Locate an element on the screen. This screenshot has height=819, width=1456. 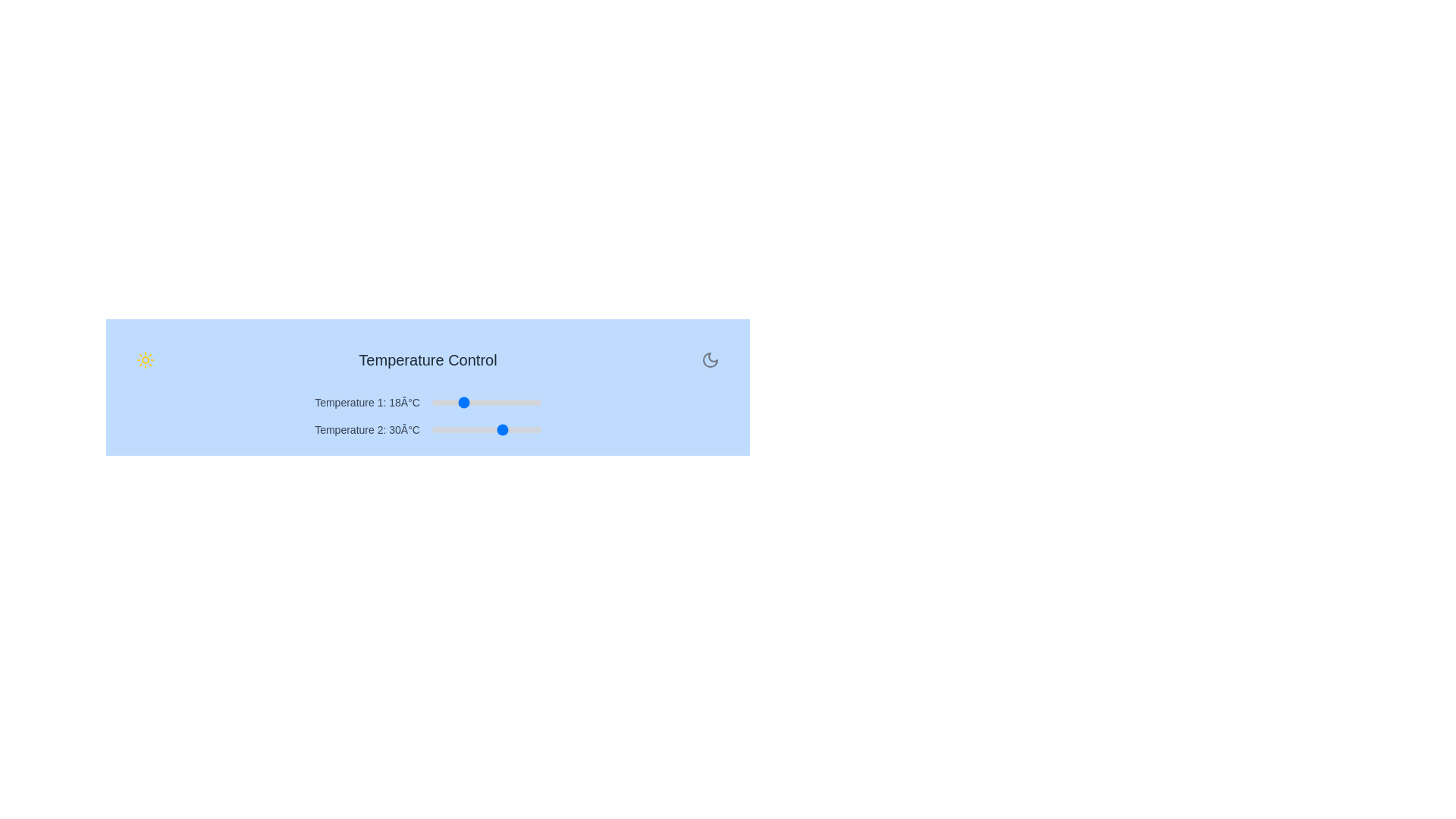
the blue handle of the Slider component labeled 'Temperature 2: 30Â°C' is located at coordinates (427, 430).